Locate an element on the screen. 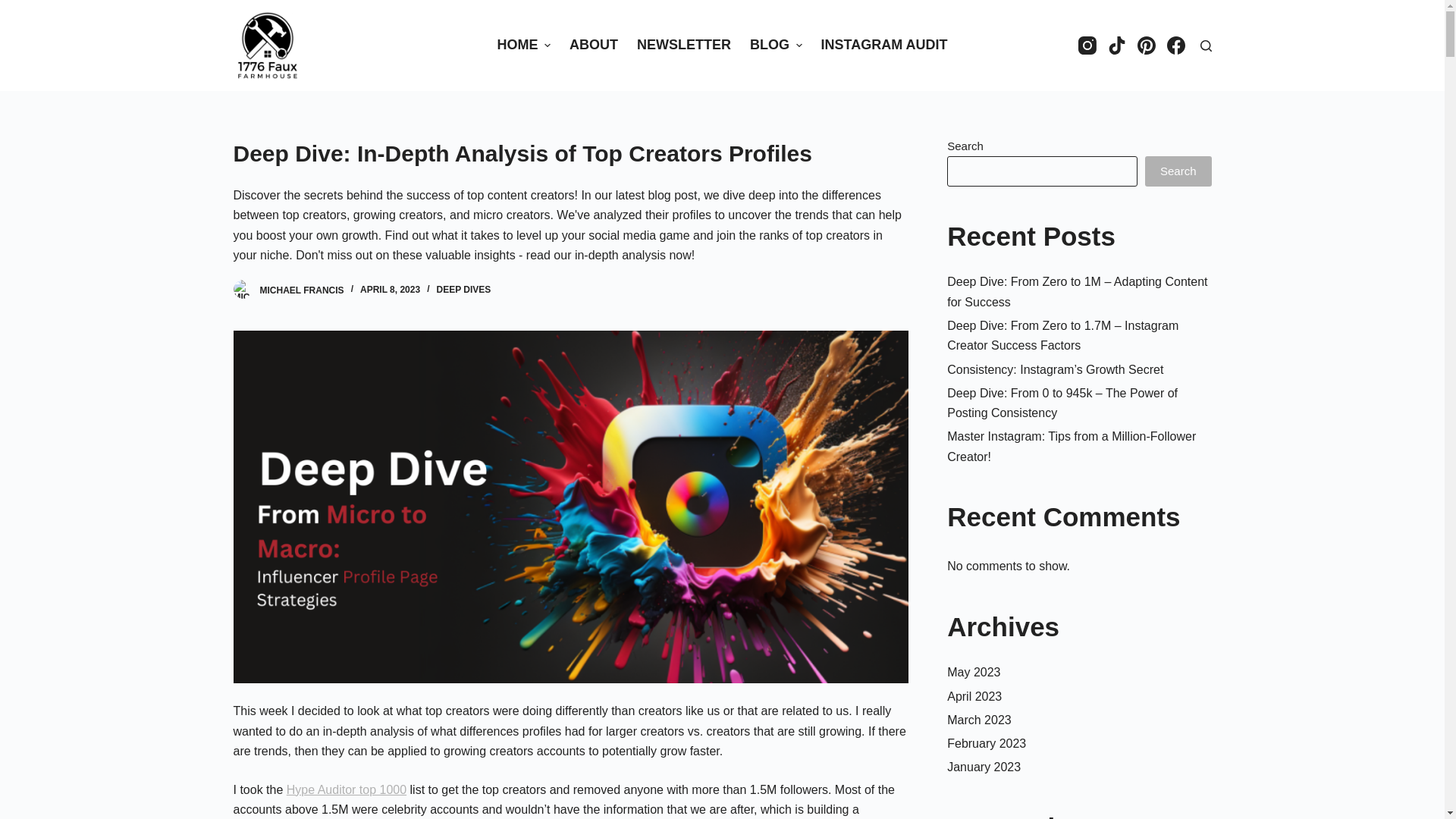 The image size is (1456, 819). 'DEEP DIVES' is located at coordinates (435, 289).